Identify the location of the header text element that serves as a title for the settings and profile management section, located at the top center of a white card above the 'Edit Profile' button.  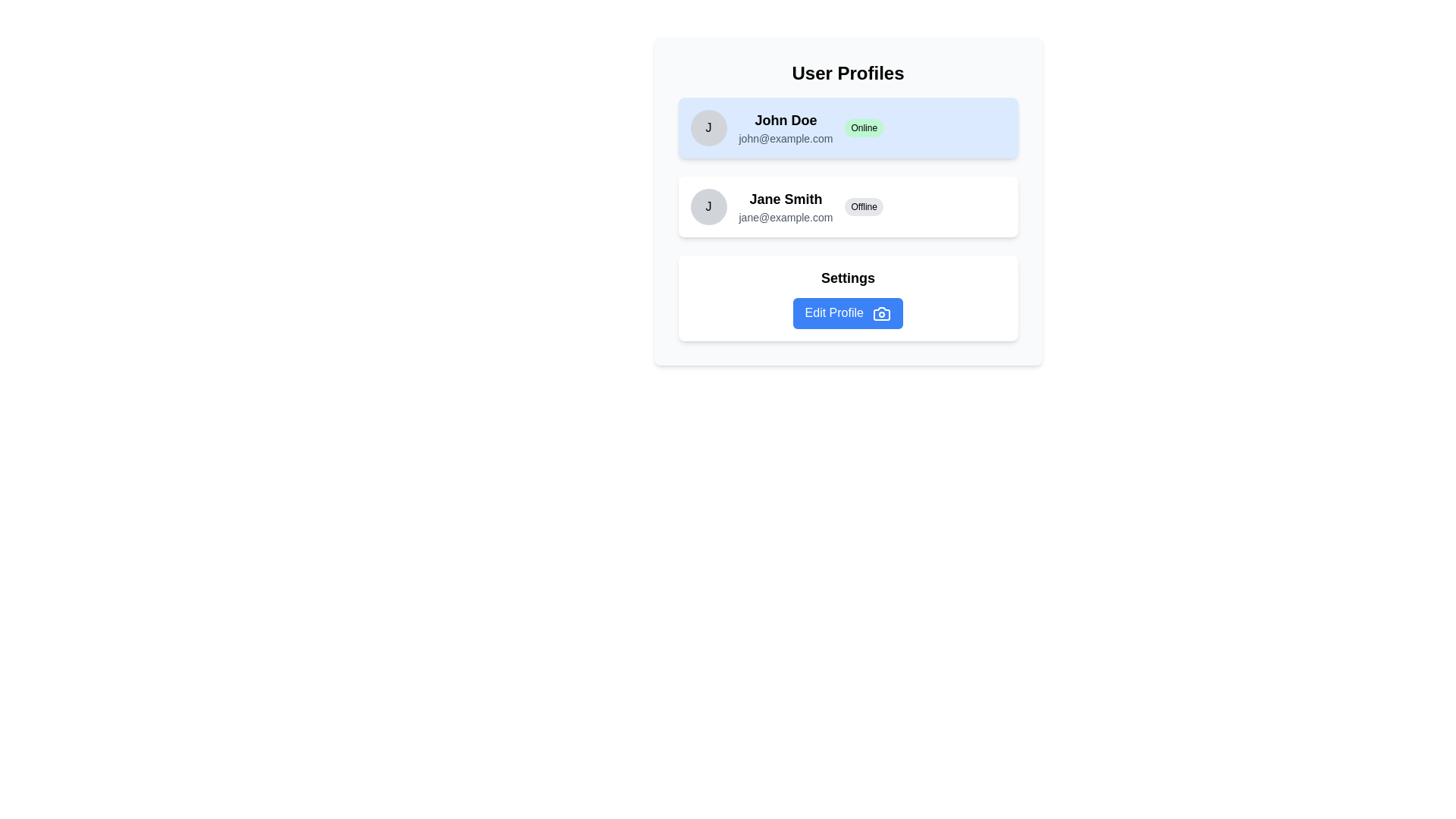
(847, 278).